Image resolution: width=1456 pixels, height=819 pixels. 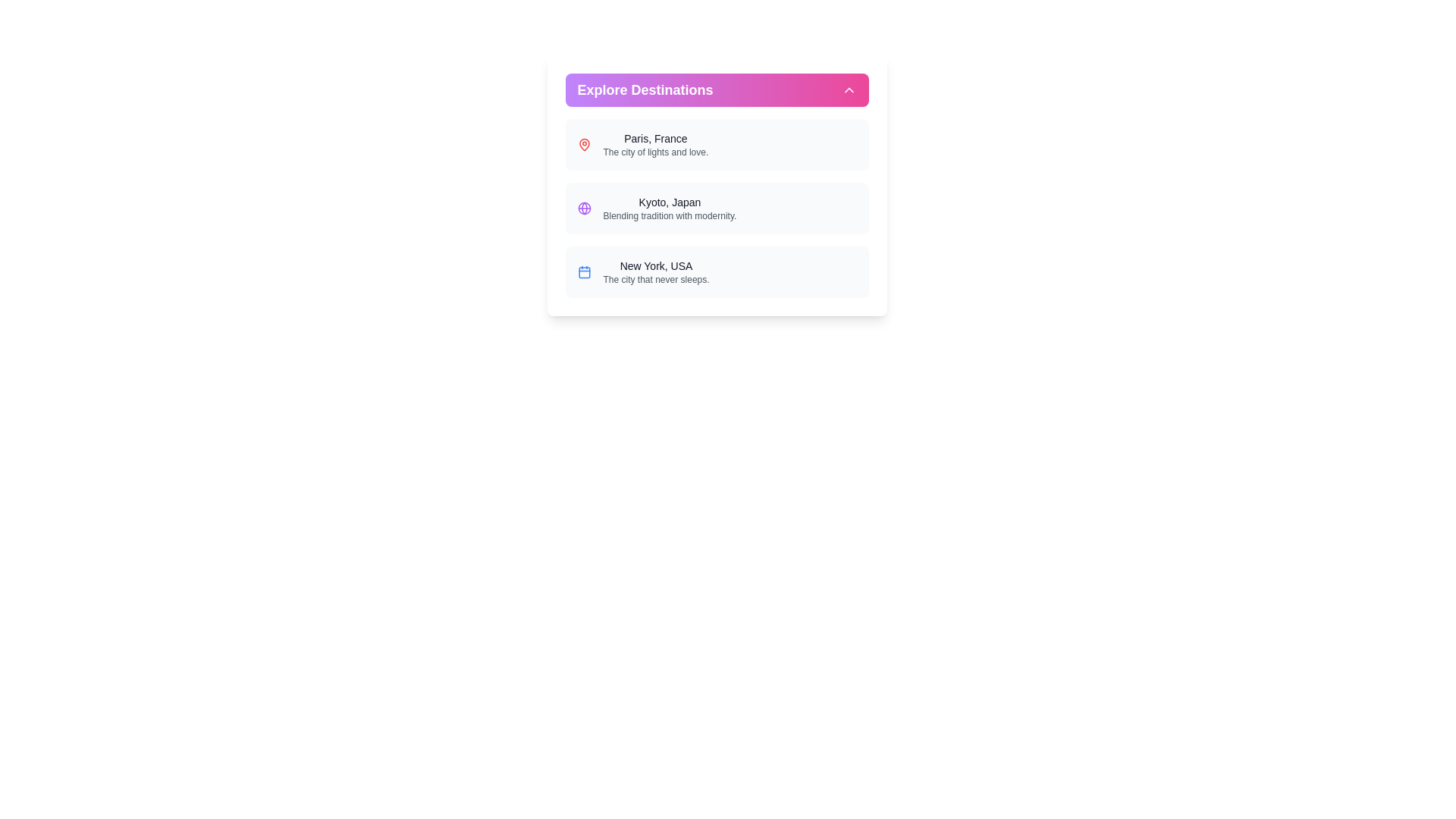 I want to click on the List item card representing 'Kyoto, Japan' in the 'Explore Destinations' section by clicking on it, so click(x=716, y=208).